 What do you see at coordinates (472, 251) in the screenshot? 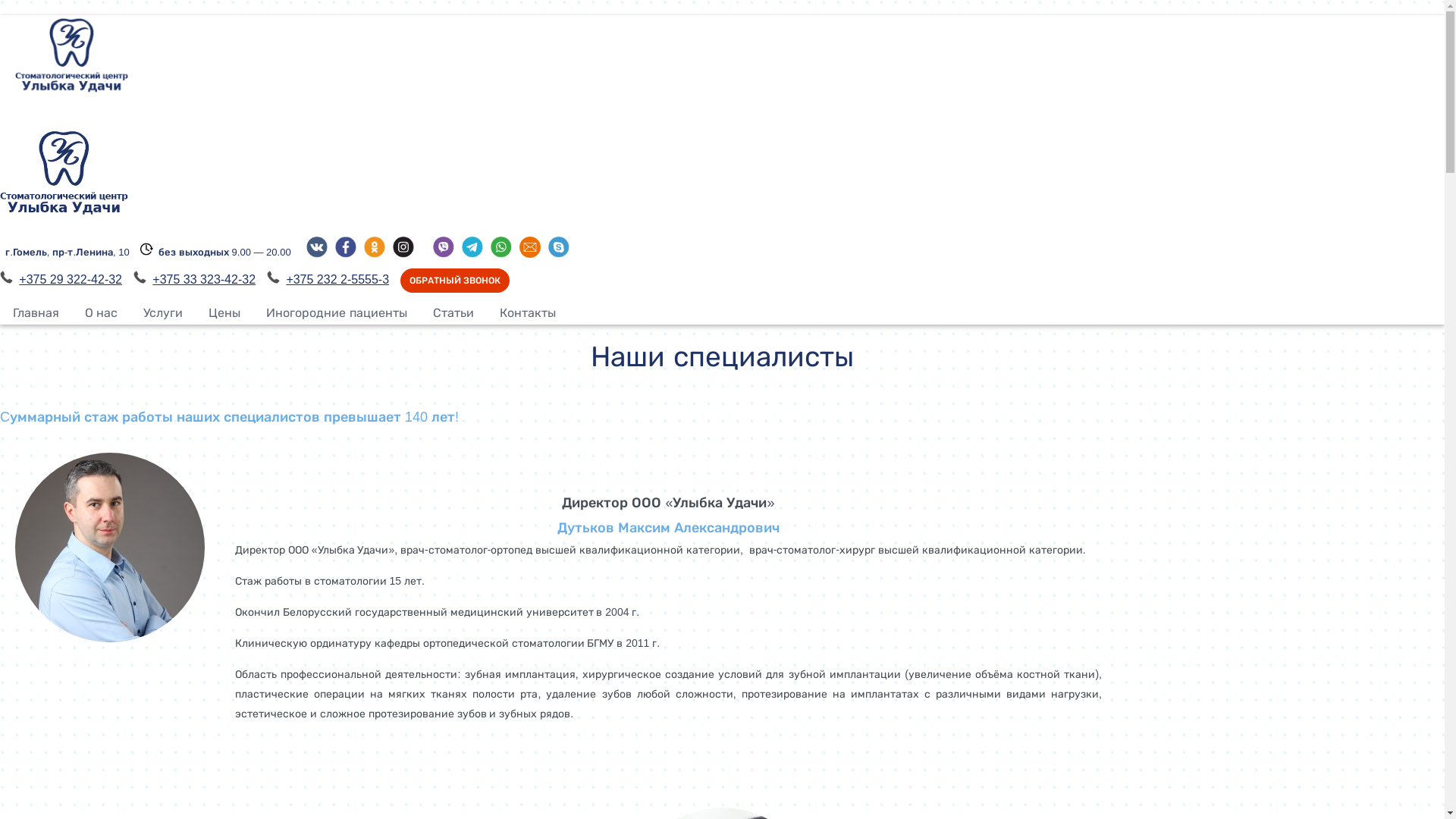
I see `'Telegram'` at bounding box center [472, 251].